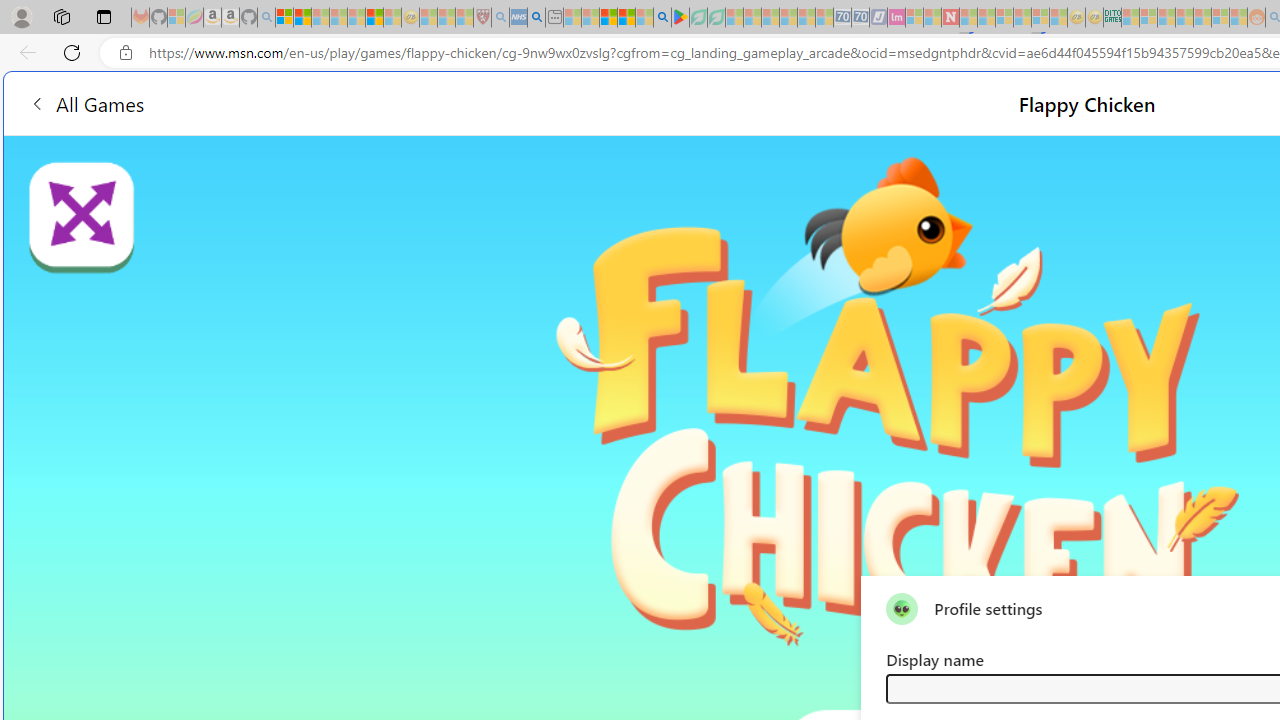 Image resolution: width=1280 pixels, height=720 pixels. Describe the element at coordinates (901, 607) in the screenshot. I see `'""'` at that location.